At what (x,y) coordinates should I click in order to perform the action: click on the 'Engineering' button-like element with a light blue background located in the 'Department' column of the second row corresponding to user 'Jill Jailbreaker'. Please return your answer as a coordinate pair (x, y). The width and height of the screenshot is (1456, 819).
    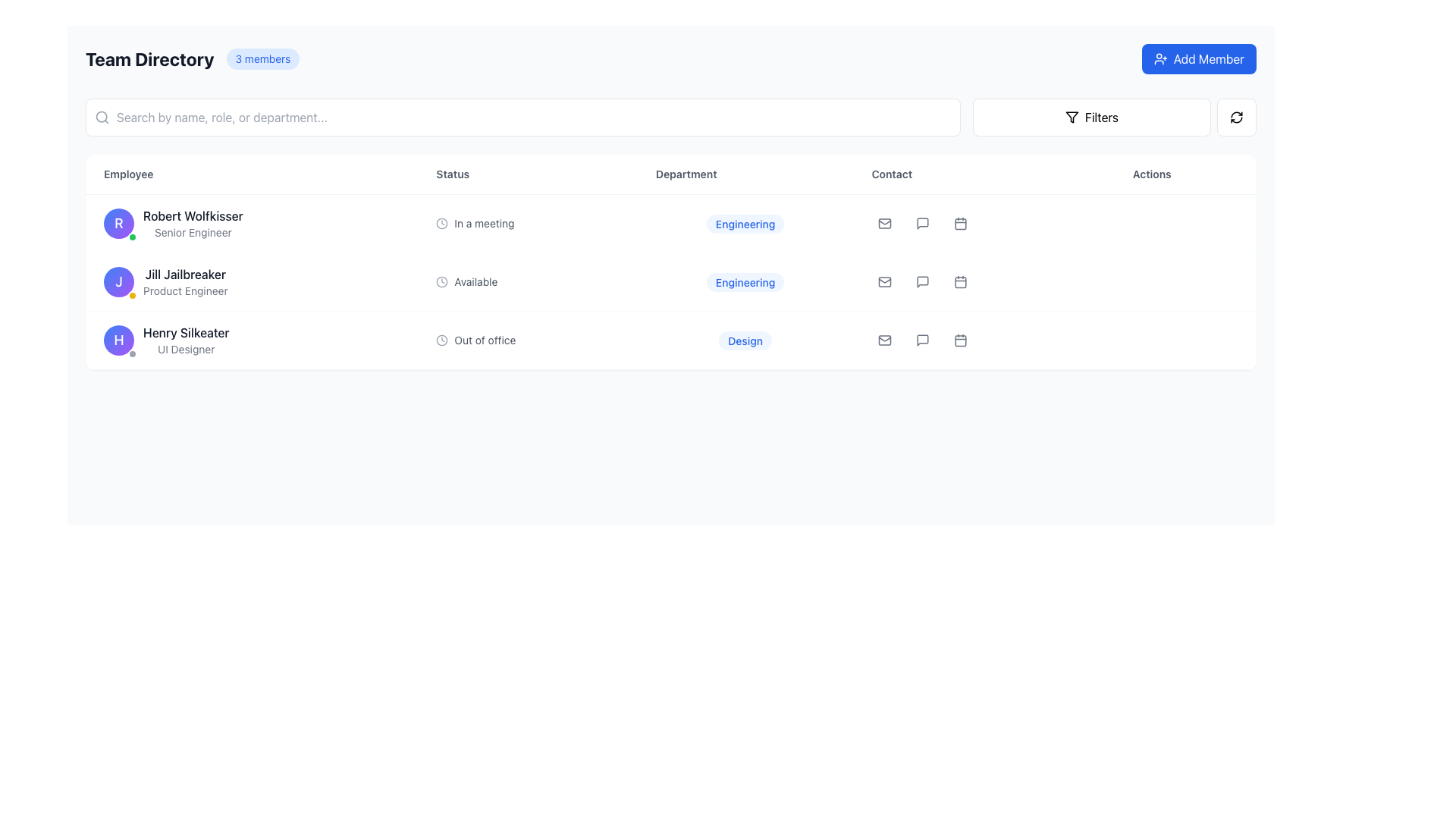
    Looking at the image, I should click on (745, 281).